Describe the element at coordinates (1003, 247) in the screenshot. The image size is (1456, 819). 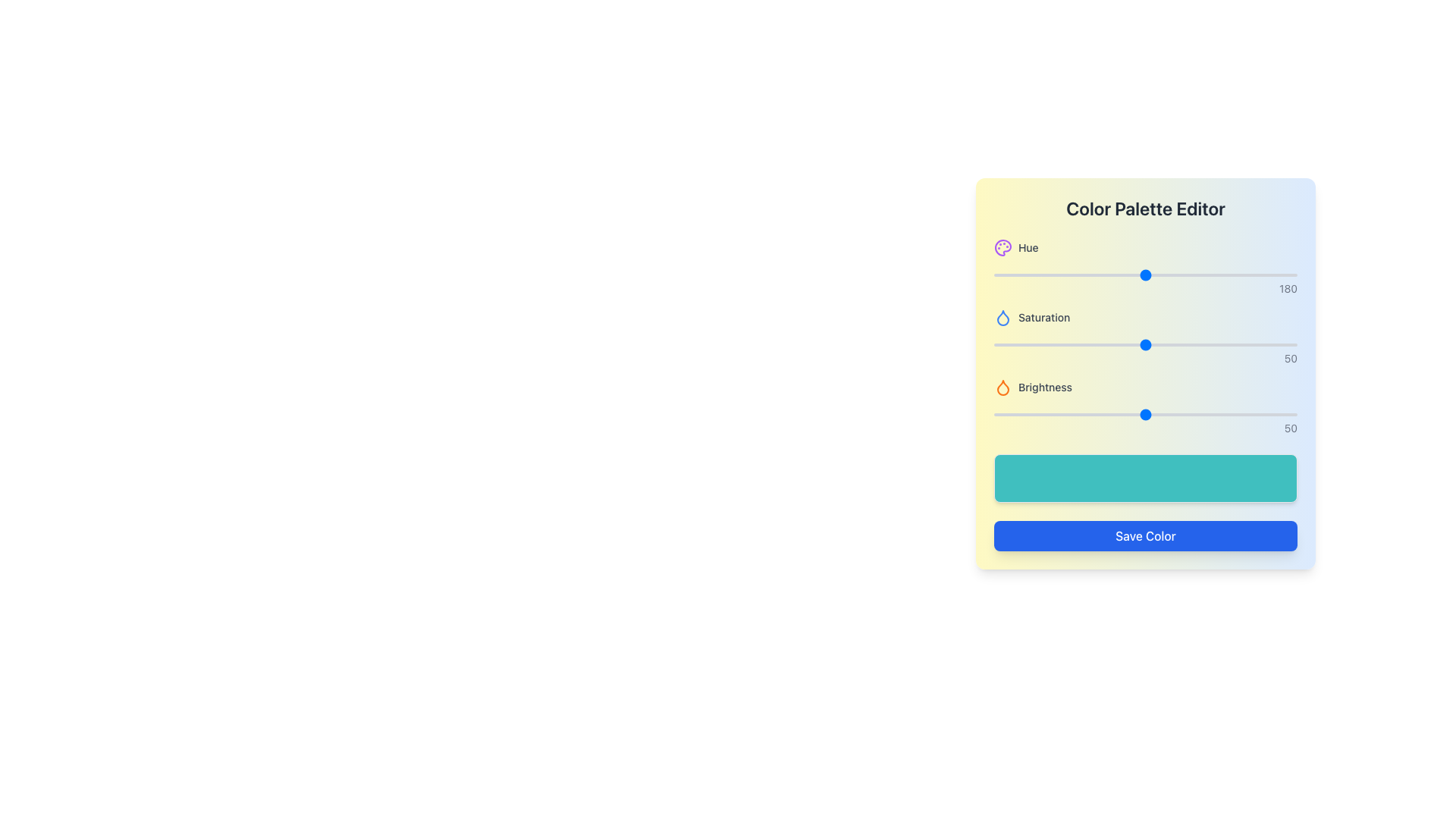
I see `the main body of the painter's palette icon located in the Color Palette Editor interface, near the label 'Hue', for potential interaction` at that location.